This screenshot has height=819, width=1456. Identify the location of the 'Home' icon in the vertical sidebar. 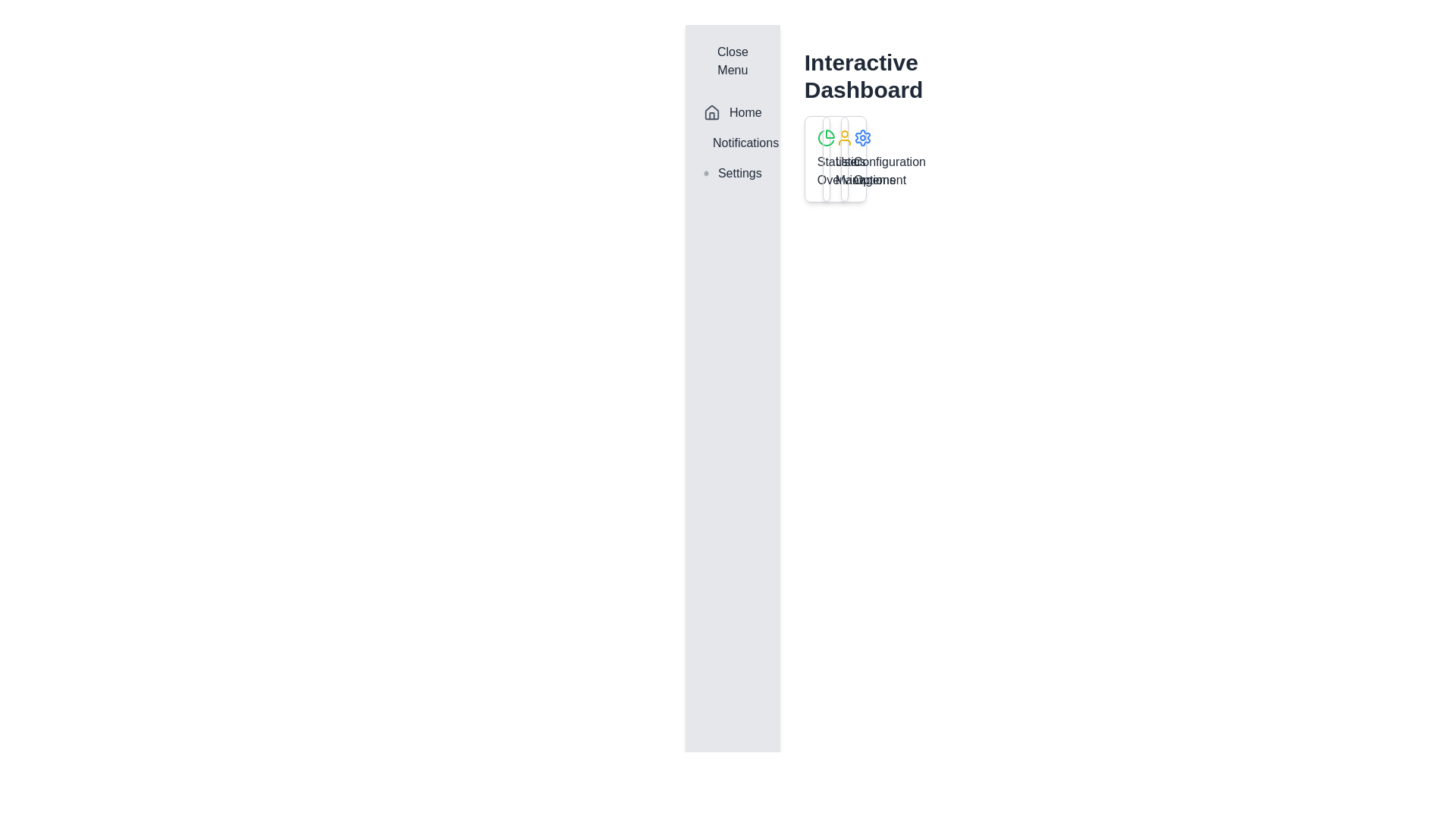
(711, 112).